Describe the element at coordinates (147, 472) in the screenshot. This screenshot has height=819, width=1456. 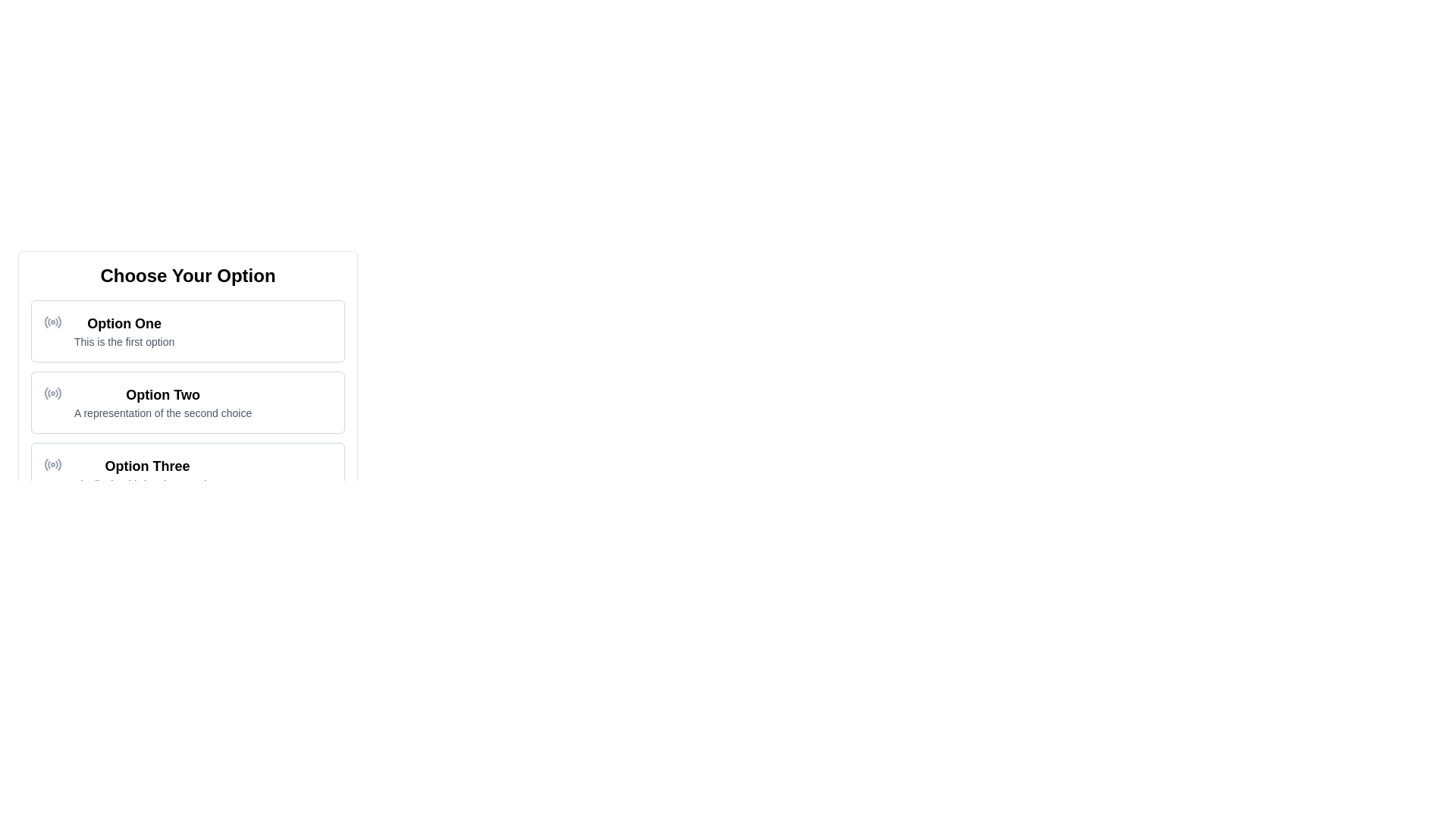
I see `the third list item that displays the title and description of the option, located below 'Option One' and 'Option Two'` at that location.